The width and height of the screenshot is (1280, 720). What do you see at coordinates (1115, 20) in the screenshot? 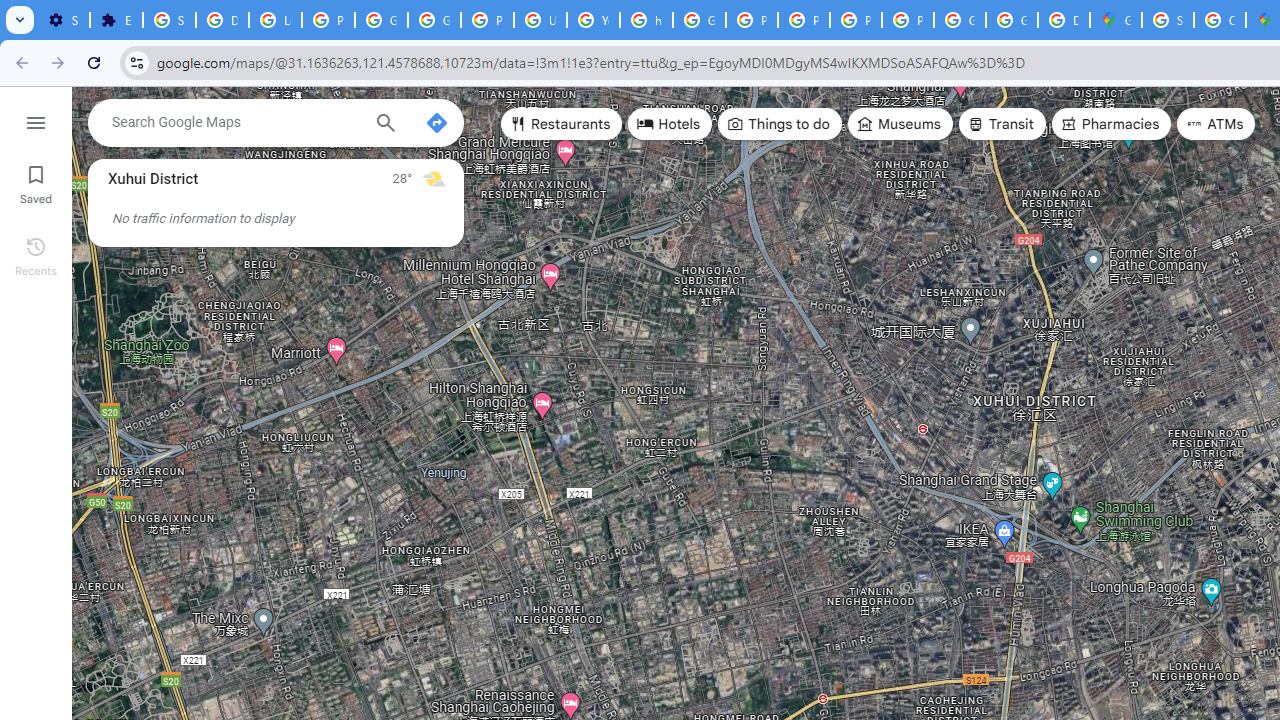
I see `'Google Maps'` at bounding box center [1115, 20].